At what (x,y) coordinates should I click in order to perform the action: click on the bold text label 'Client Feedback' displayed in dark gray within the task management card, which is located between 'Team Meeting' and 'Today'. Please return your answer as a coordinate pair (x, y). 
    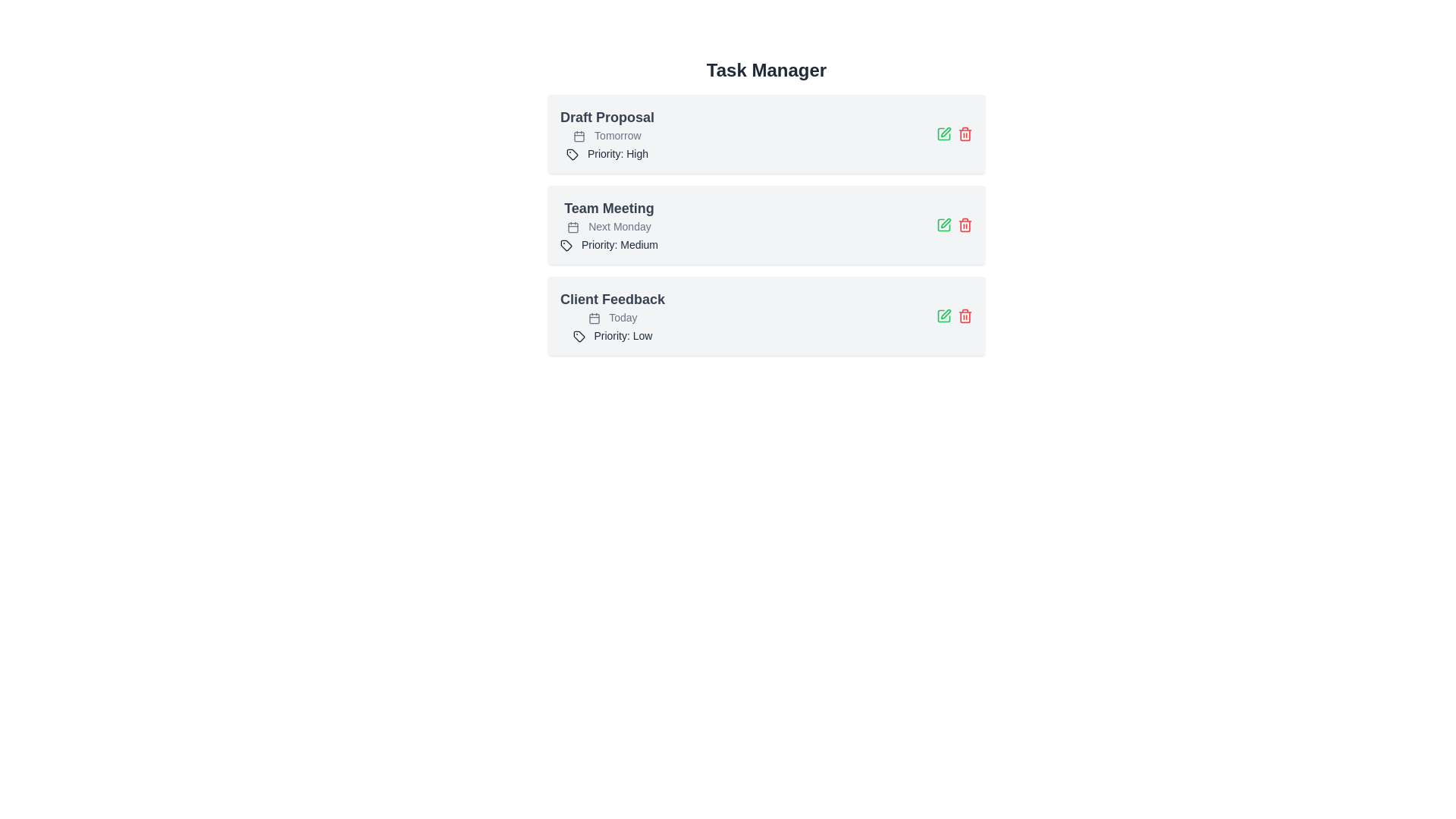
    Looking at the image, I should click on (612, 299).